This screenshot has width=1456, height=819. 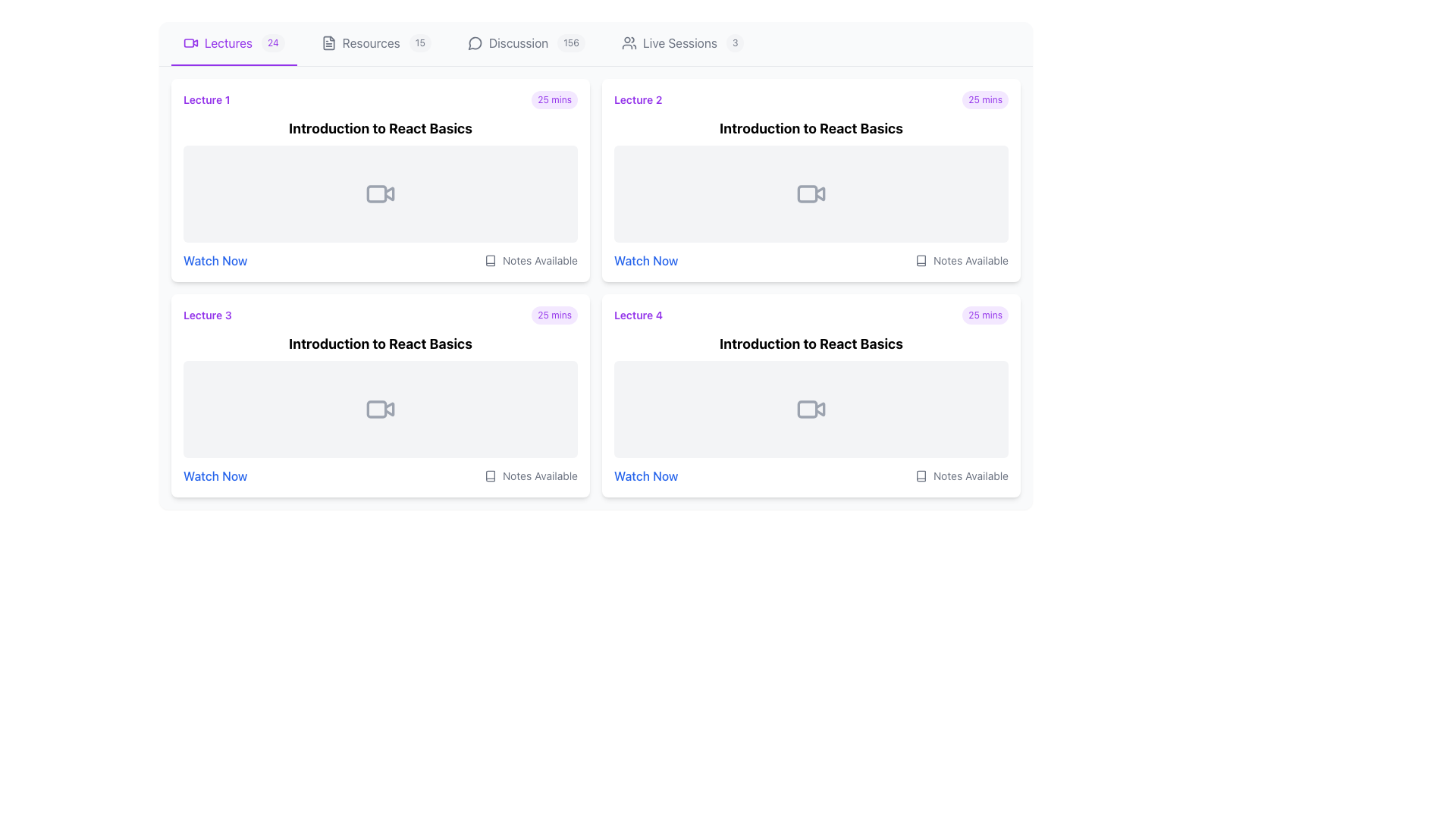 I want to click on the 'Resources' icon in the navigation bar, which visually represents the 'Resources' section and is located next to the text 'Resources' with a badge showing '15', so click(x=328, y=42).